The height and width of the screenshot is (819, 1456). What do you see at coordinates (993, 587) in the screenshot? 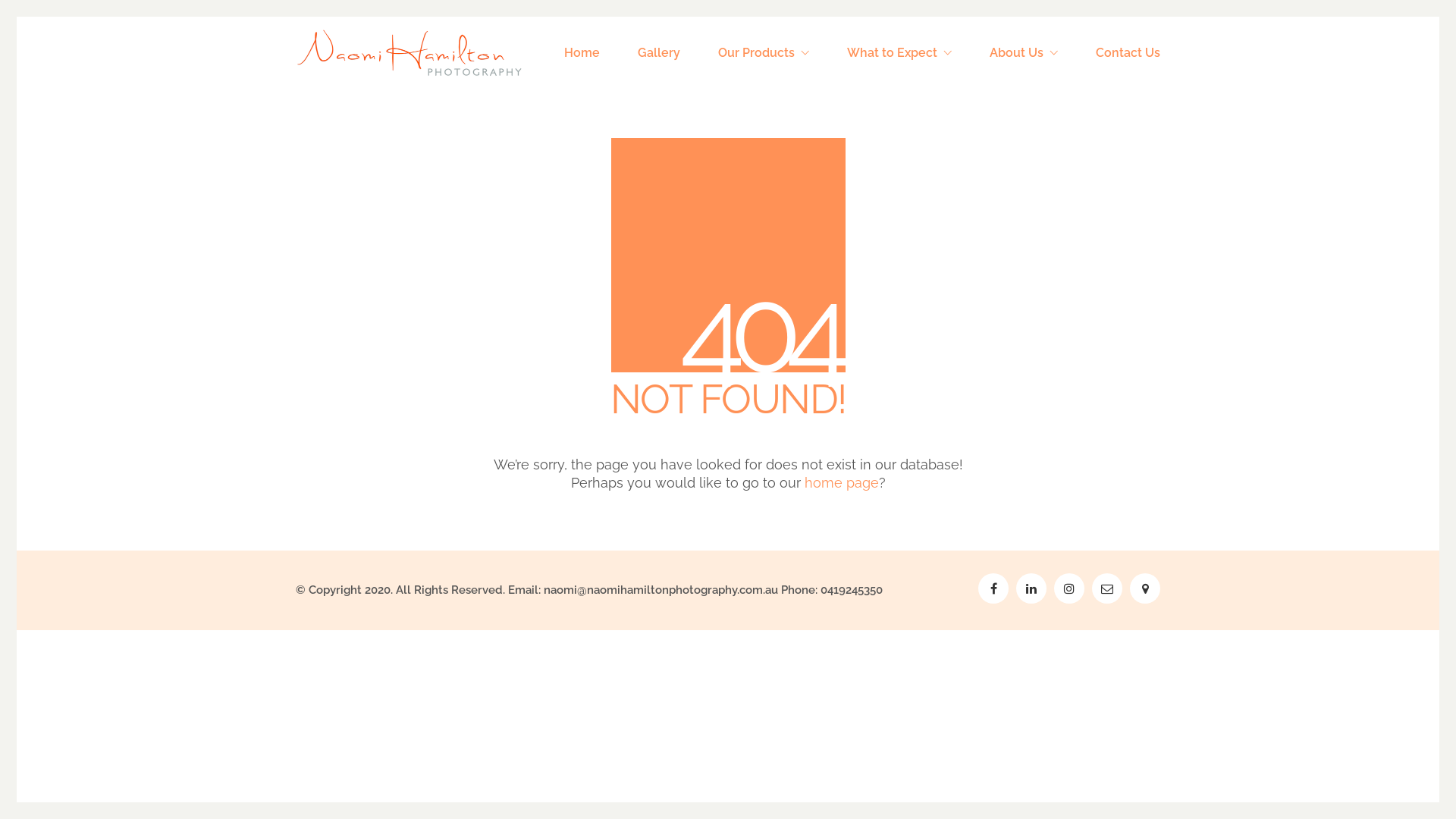
I see `'Facebook'` at bounding box center [993, 587].